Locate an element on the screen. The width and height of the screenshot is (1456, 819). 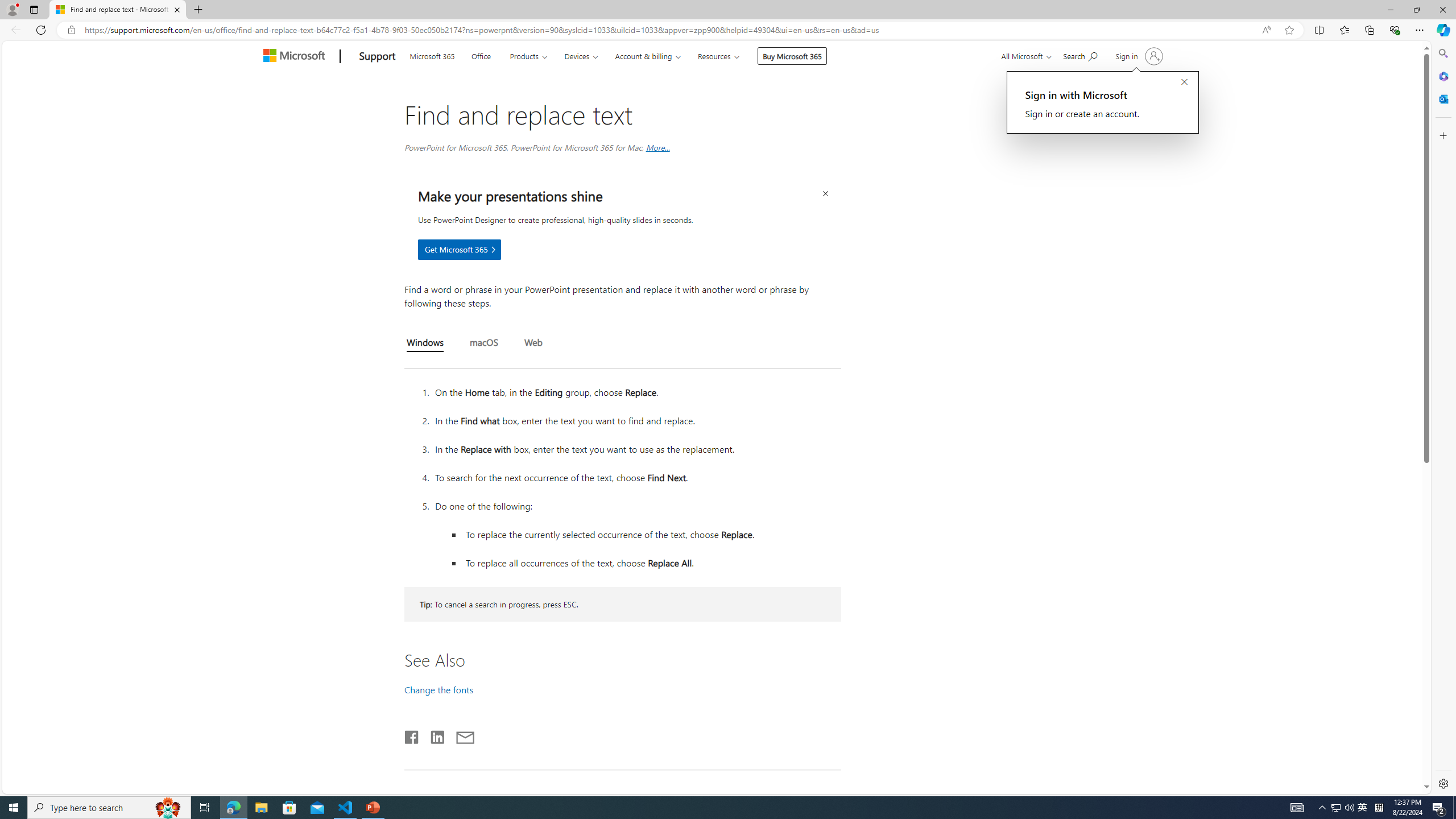
'On the Home tab, in the Editing group, choose Replace.' is located at coordinates (635, 392).